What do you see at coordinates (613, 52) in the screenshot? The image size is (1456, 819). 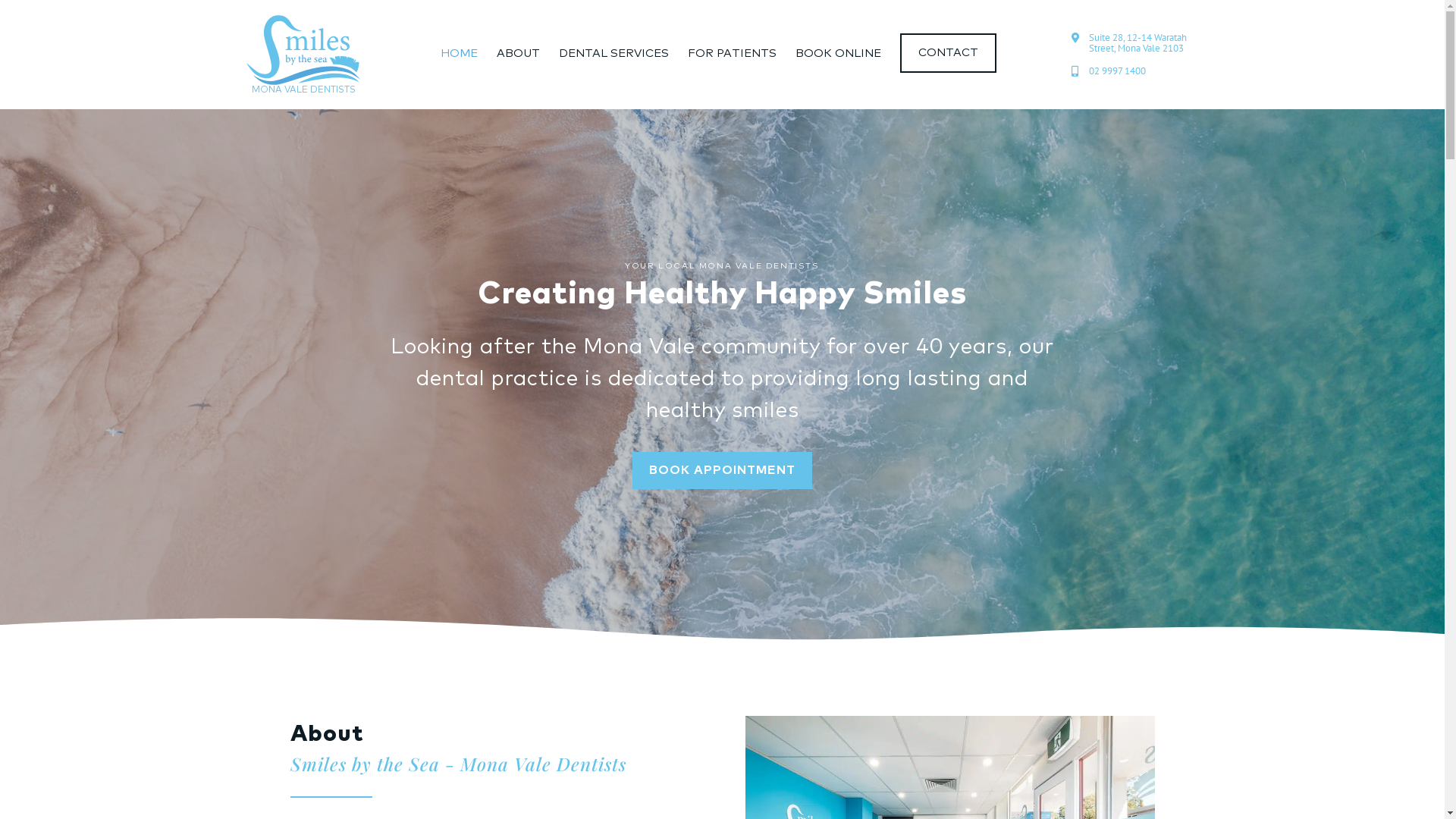 I see `'DENTAL SERVICES'` at bounding box center [613, 52].